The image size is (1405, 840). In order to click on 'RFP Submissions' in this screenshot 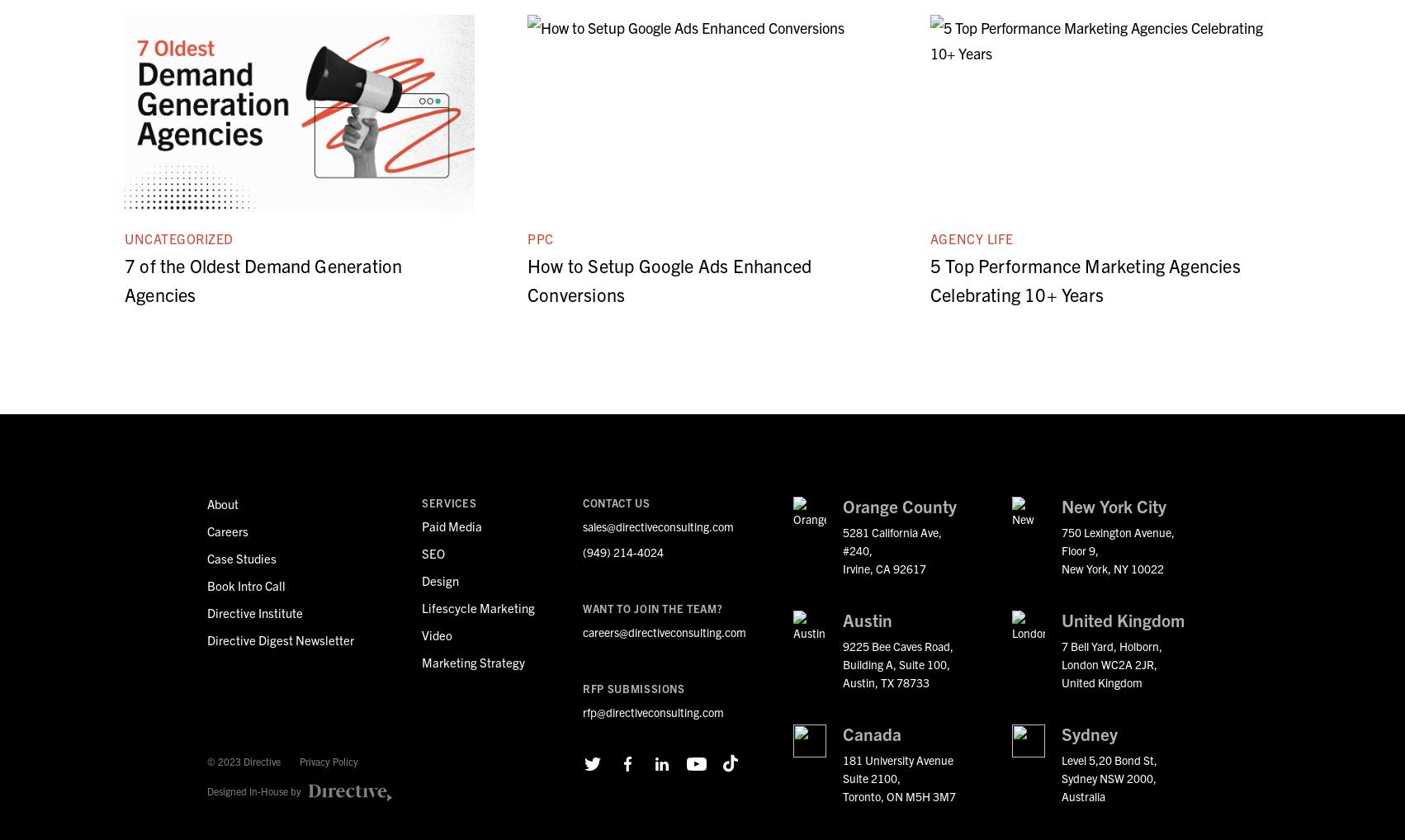, I will do `click(632, 687)`.